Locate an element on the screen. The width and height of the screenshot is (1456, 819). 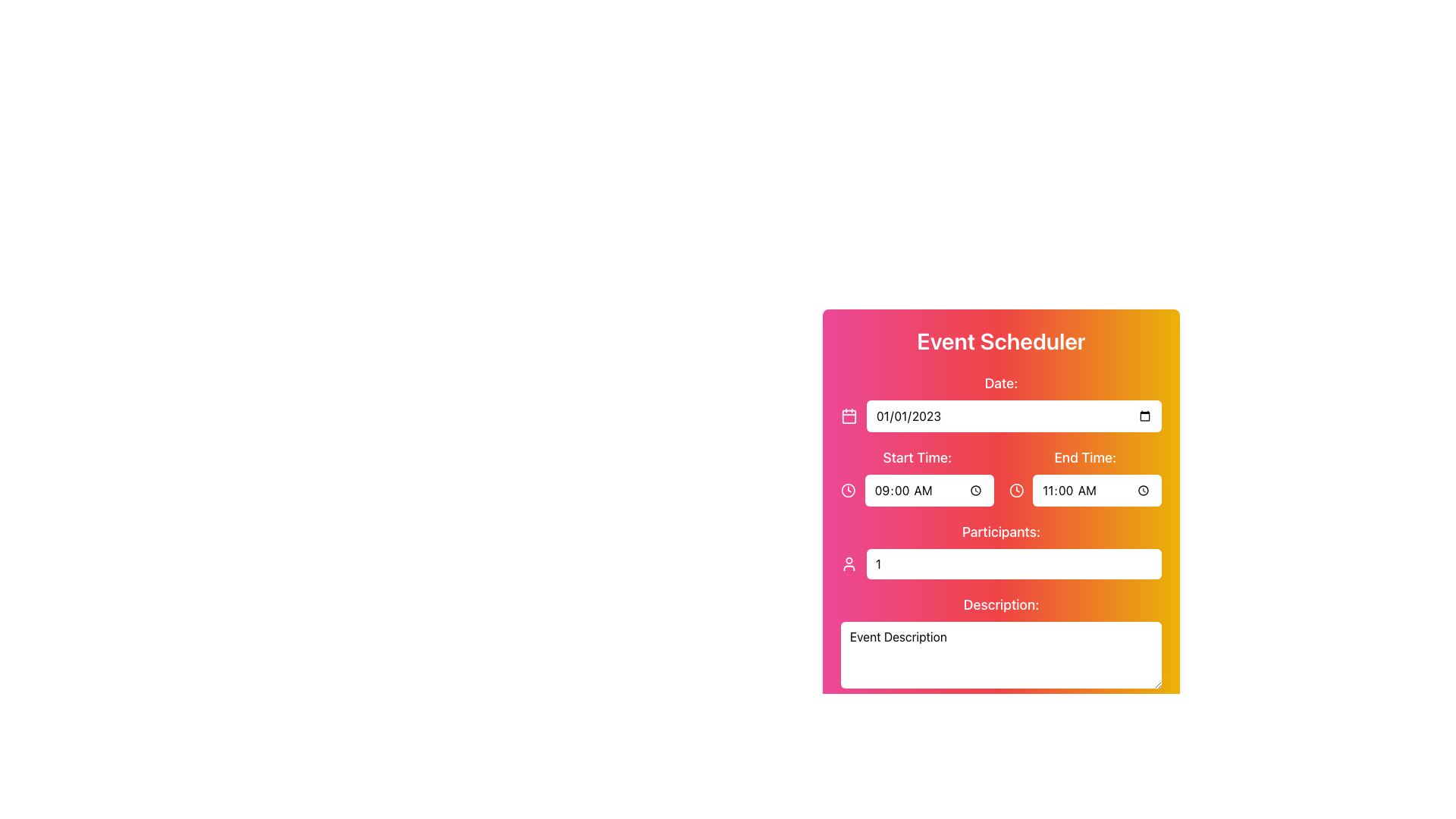
the Text Label that guides users to enter or select the event's start time, positioned beneath the 'Date:' input field and above the time input field is located at coordinates (916, 457).